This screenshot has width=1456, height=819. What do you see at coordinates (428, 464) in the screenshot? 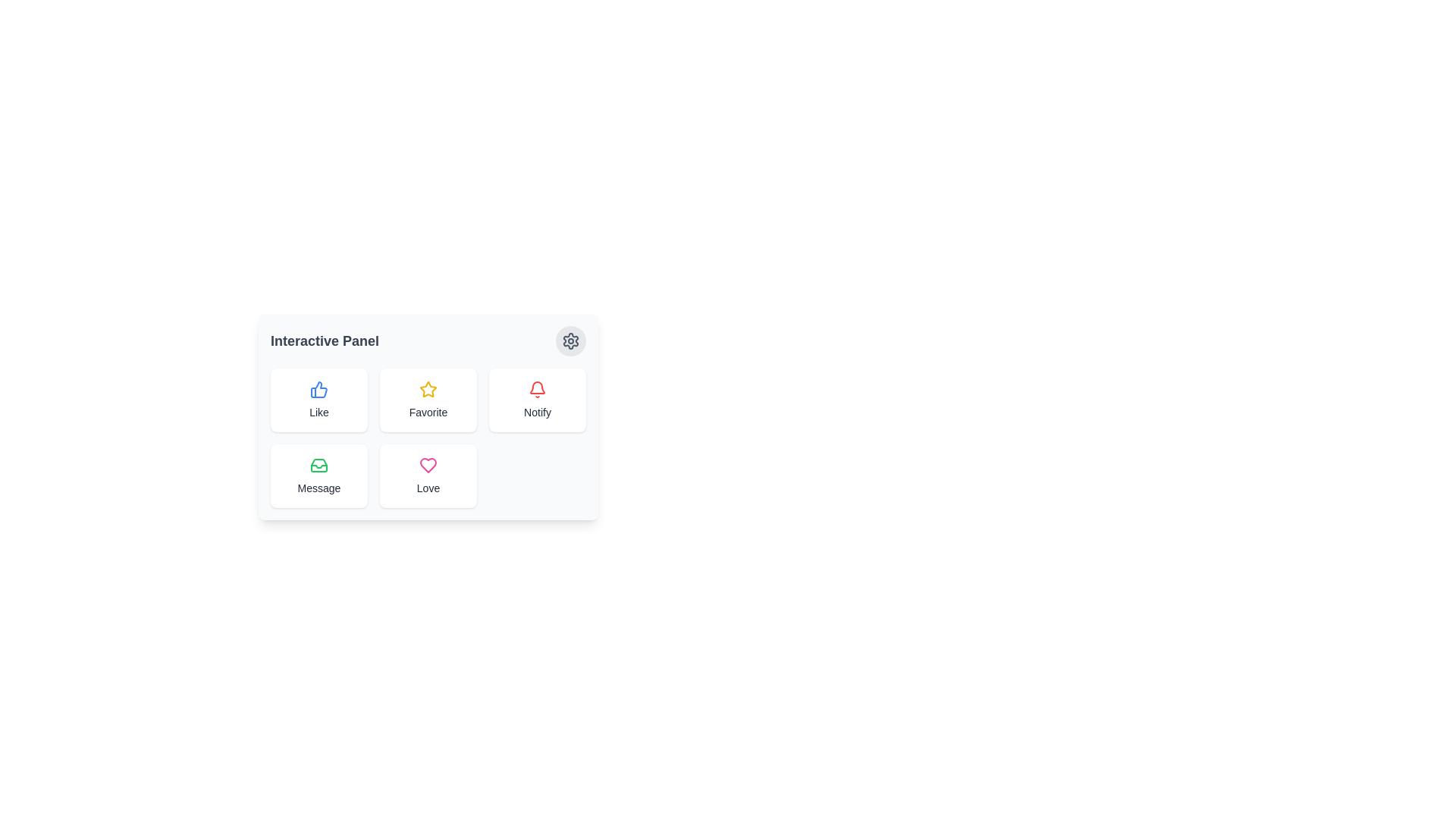
I see `the heart-shaped icon with a pink outline located within the 'Love' section` at bounding box center [428, 464].